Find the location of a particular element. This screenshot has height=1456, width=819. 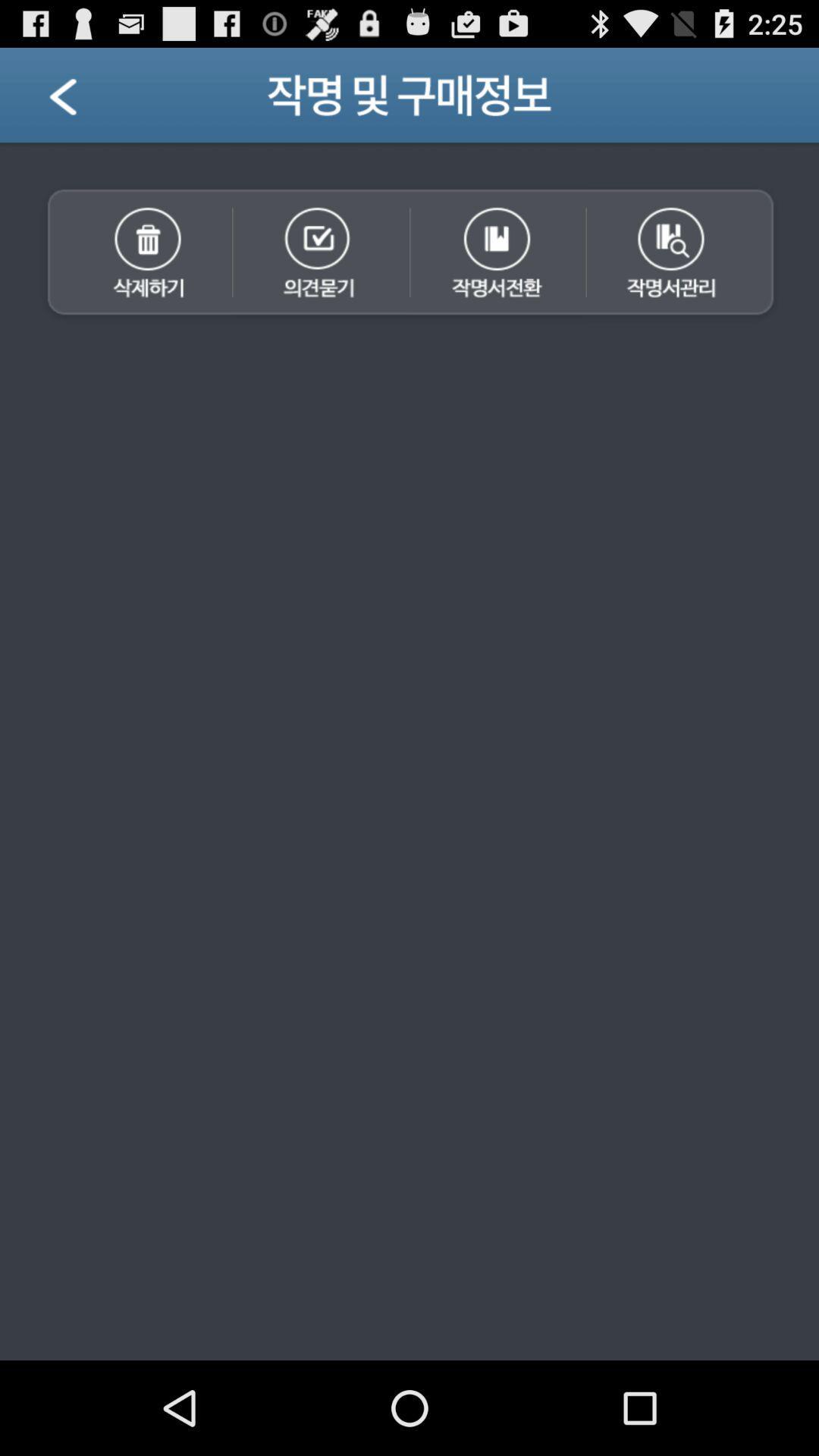

item at the center is located at coordinates (409, 843).